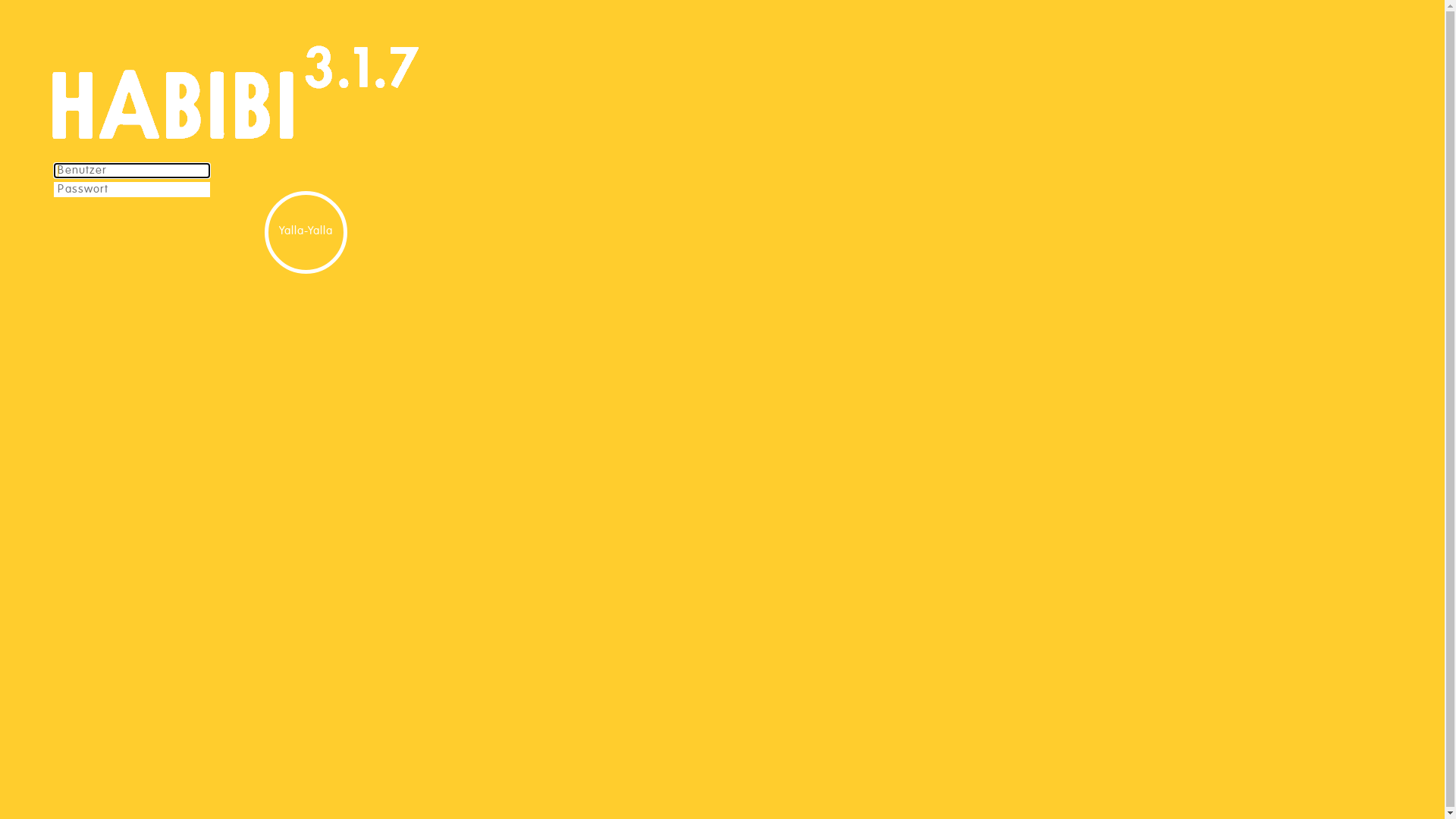 This screenshot has height=819, width=1456. Describe the element at coordinates (360, 90) in the screenshot. I see `'Habibi'` at that location.